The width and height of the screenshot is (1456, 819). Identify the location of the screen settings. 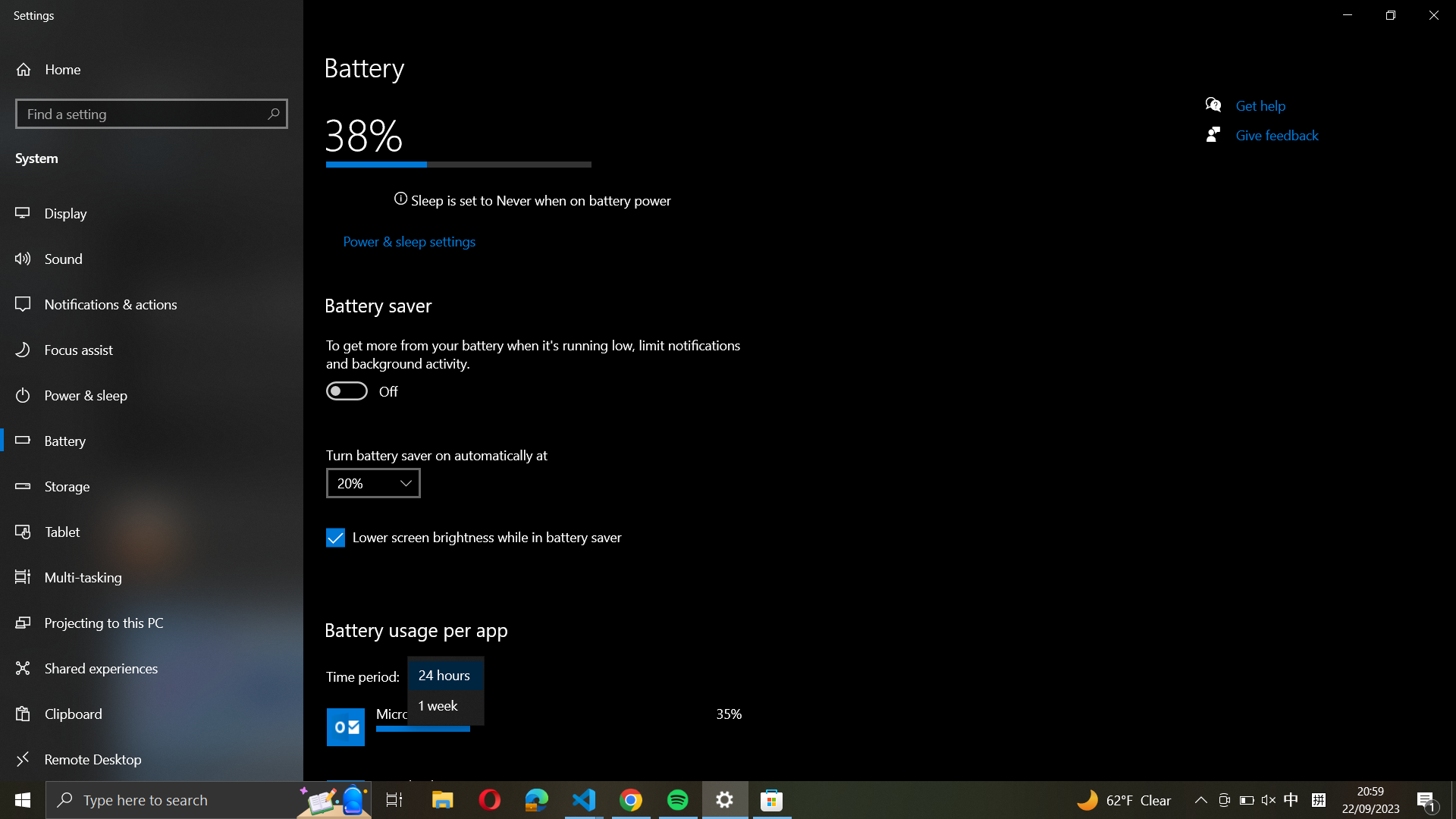
(153, 212).